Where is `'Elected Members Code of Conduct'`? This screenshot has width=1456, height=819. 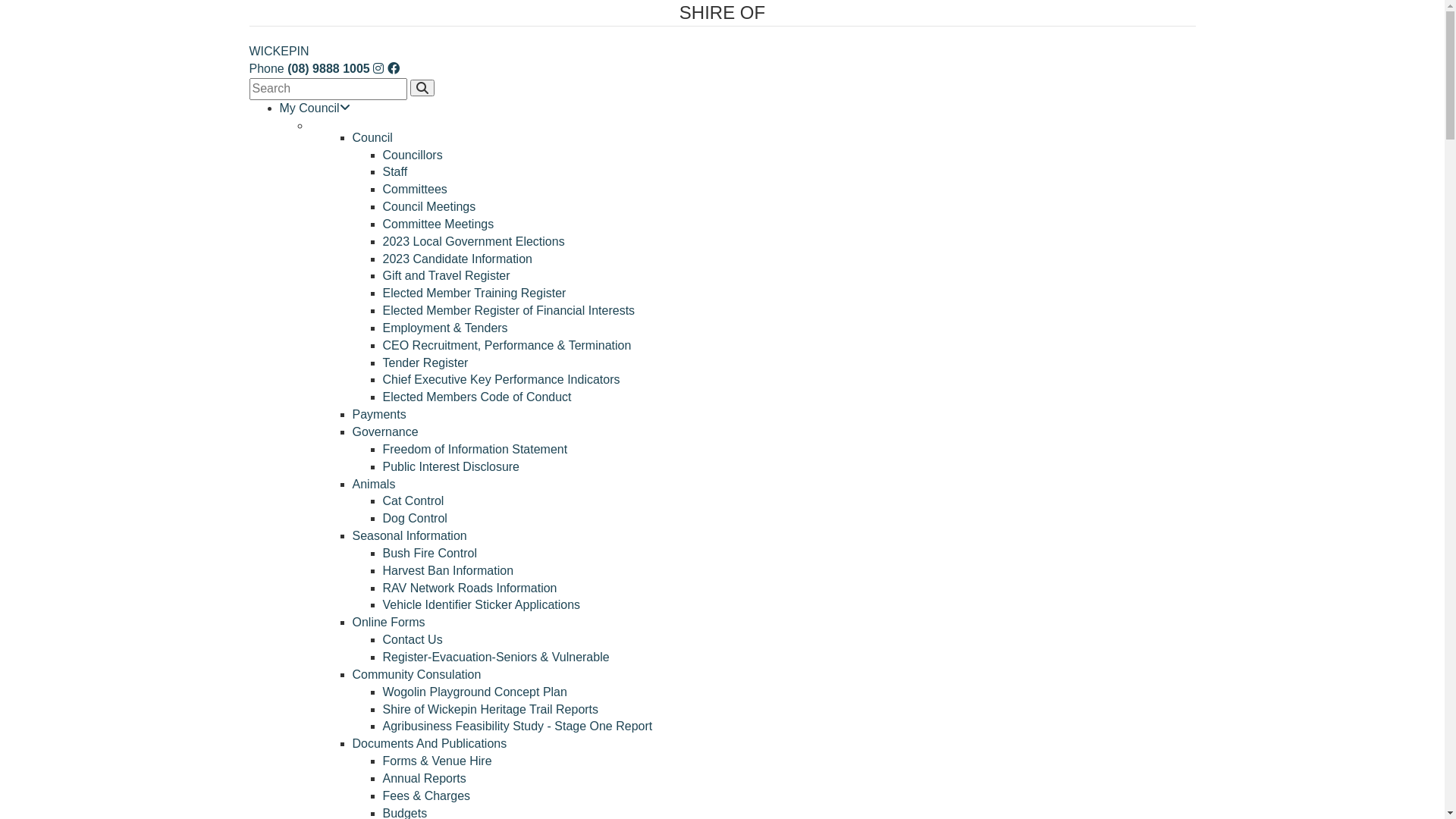 'Elected Members Code of Conduct' is located at coordinates (475, 396).